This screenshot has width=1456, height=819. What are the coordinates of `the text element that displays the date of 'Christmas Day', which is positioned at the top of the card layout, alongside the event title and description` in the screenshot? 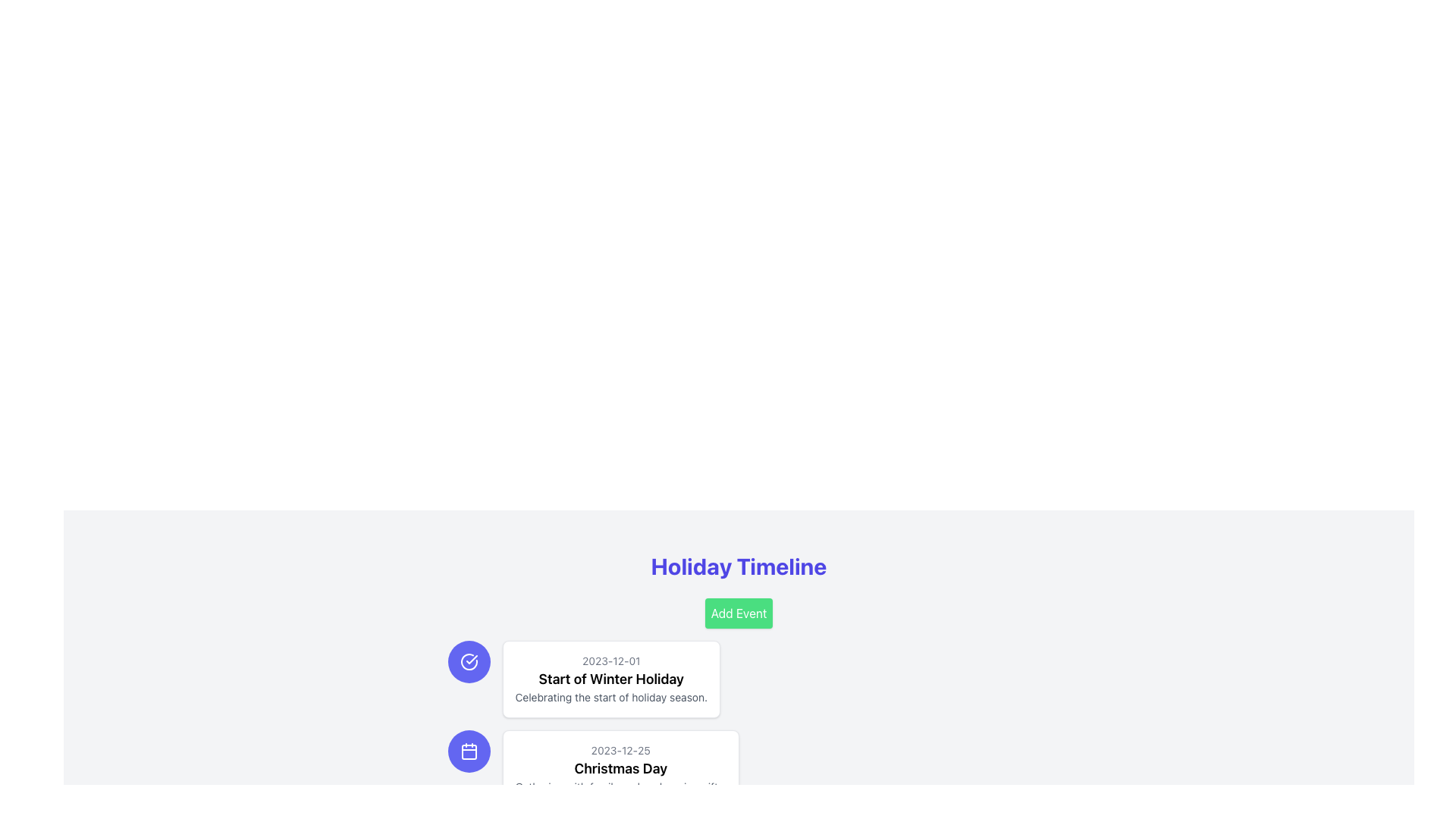 It's located at (620, 751).